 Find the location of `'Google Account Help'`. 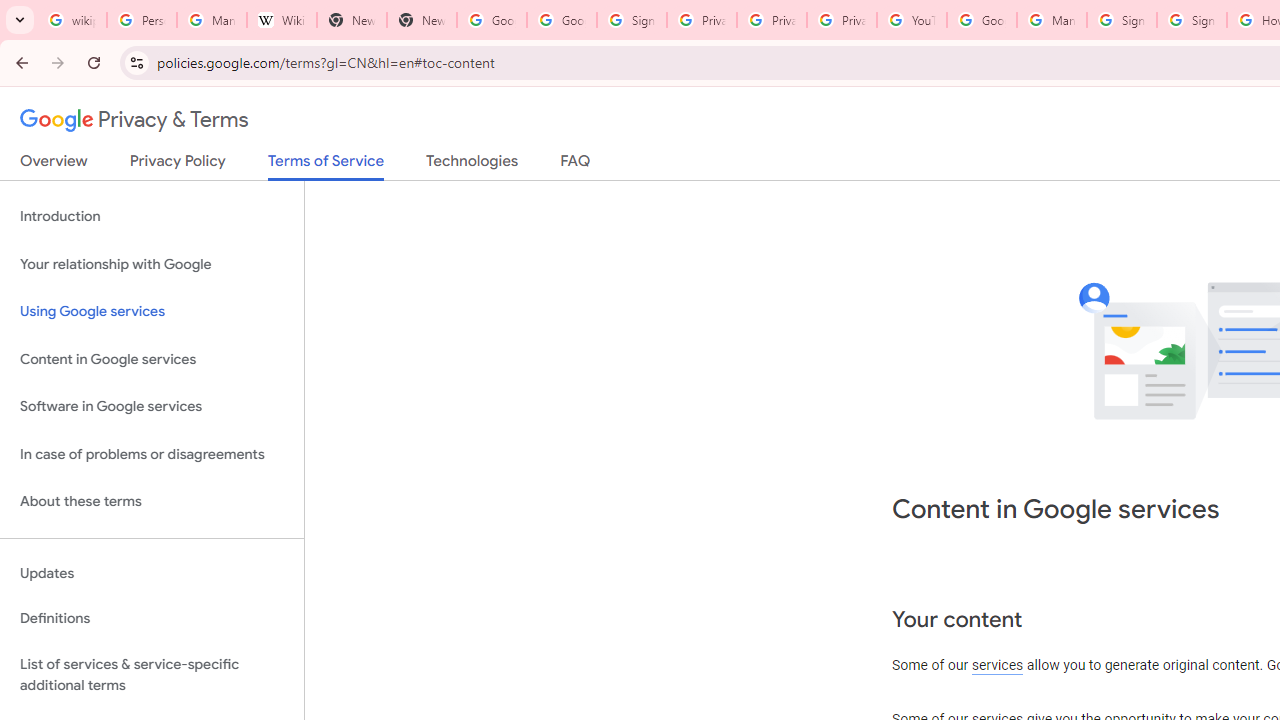

'Google Account Help' is located at coordinates (982, 20).